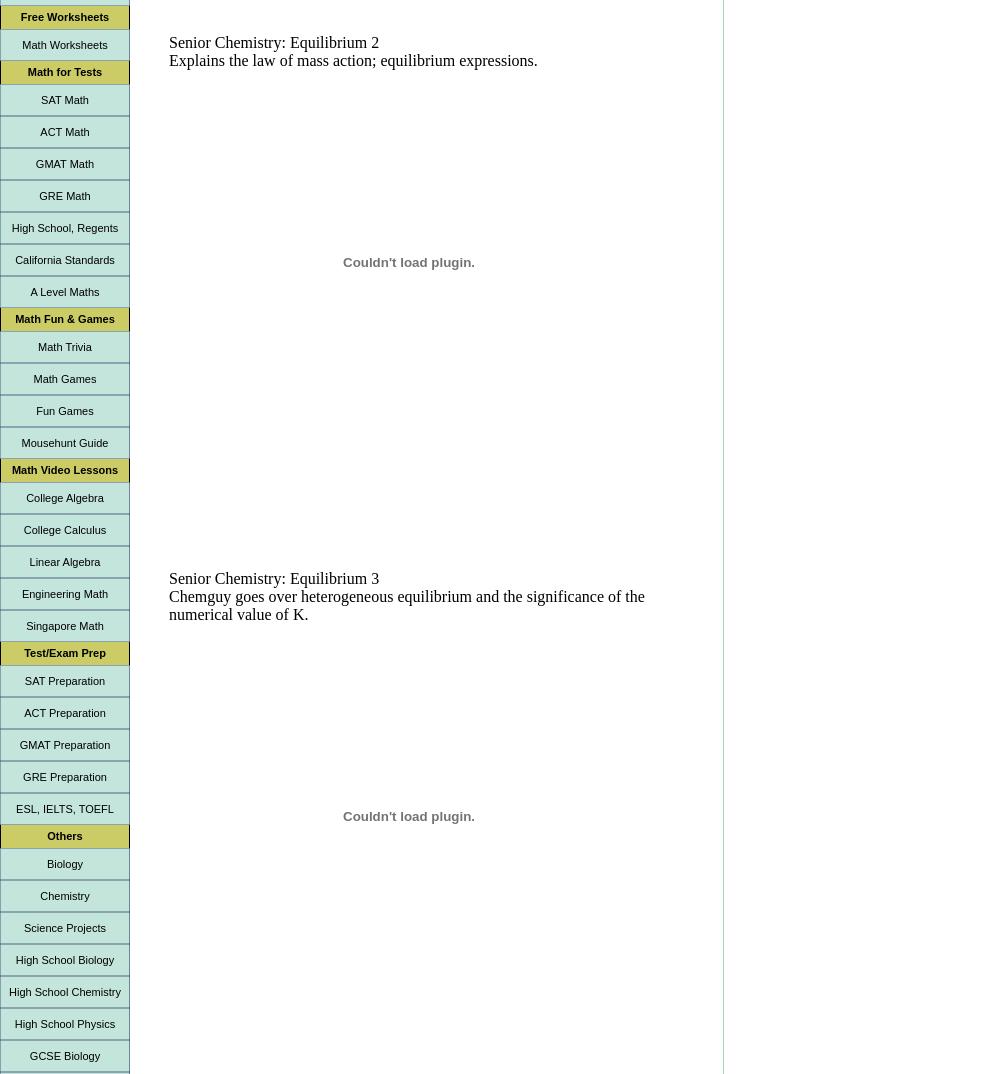 This screenshot has height=1074, width=990. Describe the element at coordinates (64, 379) in the screenshot. I see `'Math Games'` at that location.